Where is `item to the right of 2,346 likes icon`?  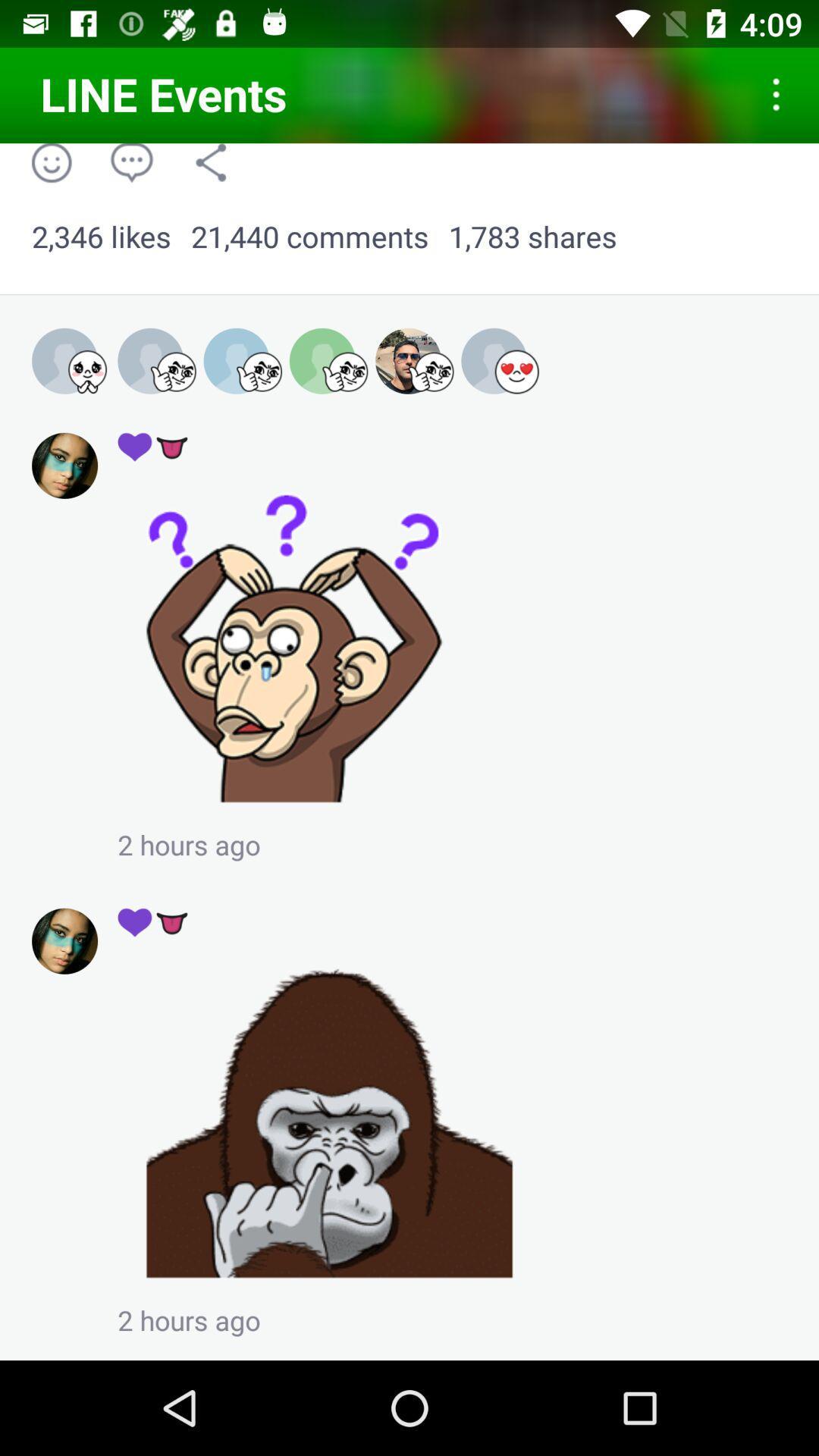
item to the right of 2,346 likes icon is located at coordinates (309, 237).